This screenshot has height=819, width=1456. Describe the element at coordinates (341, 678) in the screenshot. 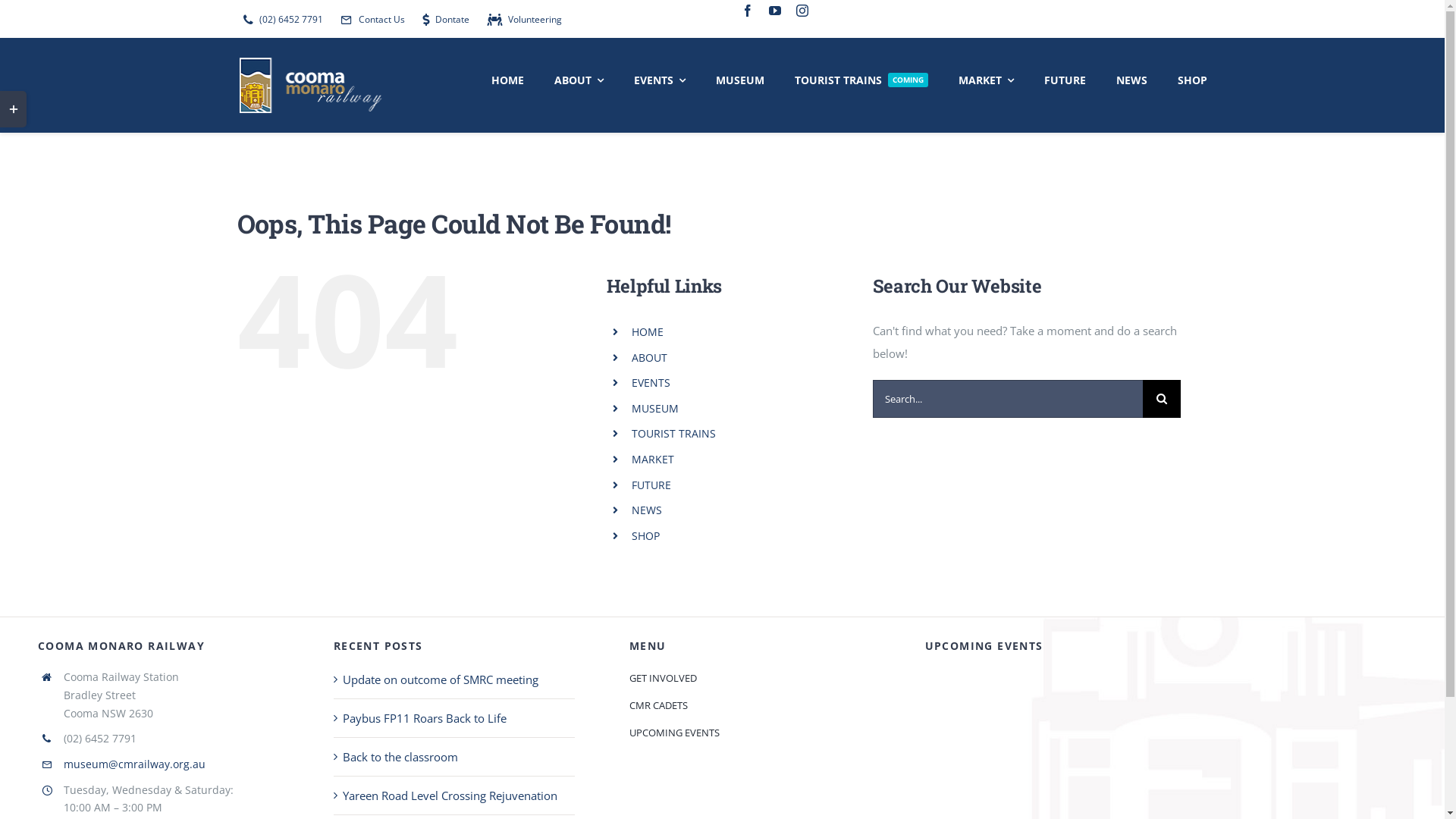

I see `'Update on outcome of SMRC meeting'` at that location.